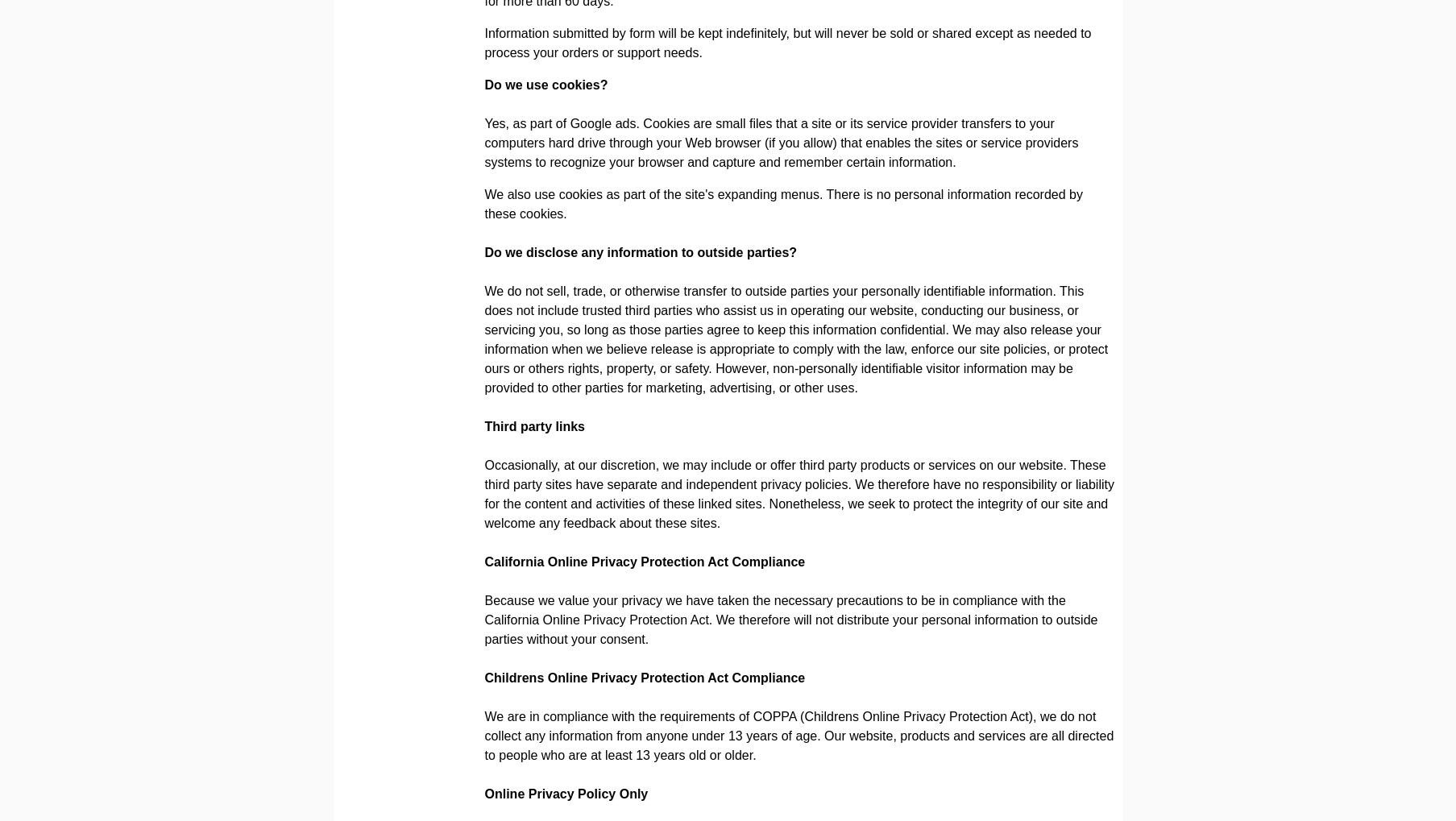  I want to click on 'Information submitted by form will be kept indefinitely, but will never be sold or shared except as needed to process your orders or support needs.', so click(787, 43).